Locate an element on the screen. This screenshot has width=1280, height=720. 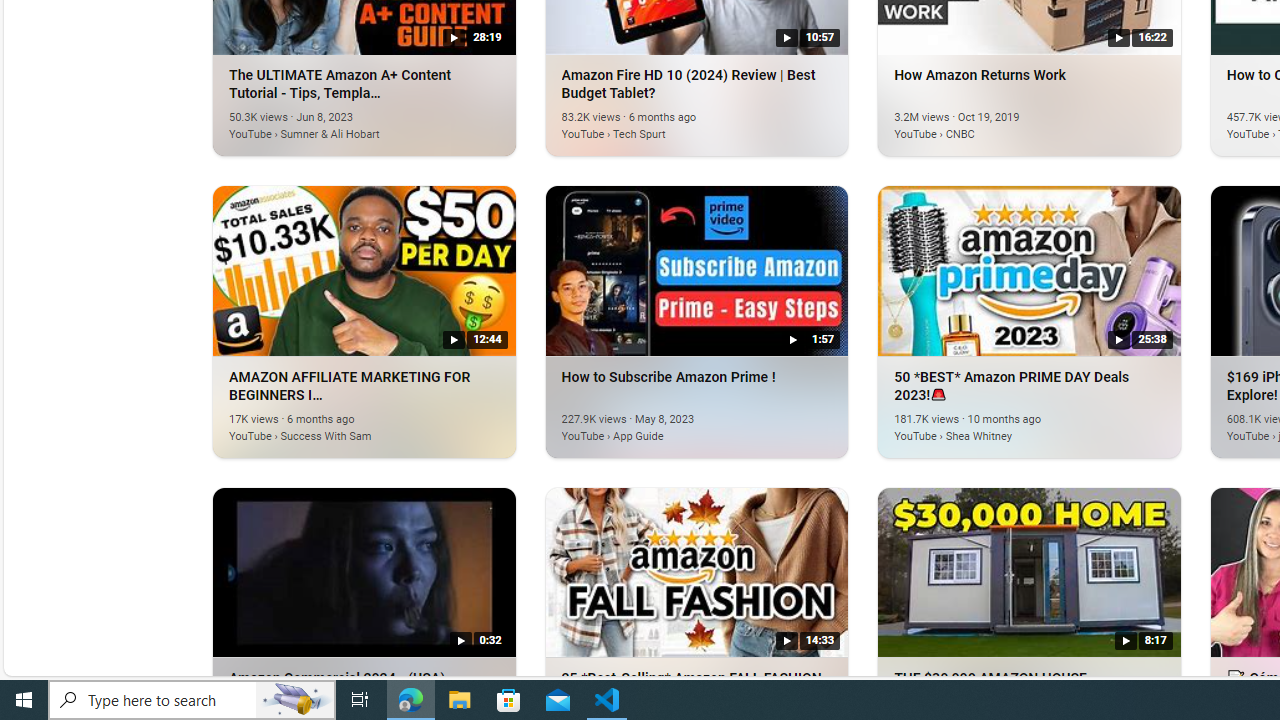
'Amazon Commercial 2024 - (USA)' is located at coordinates (364, 571).